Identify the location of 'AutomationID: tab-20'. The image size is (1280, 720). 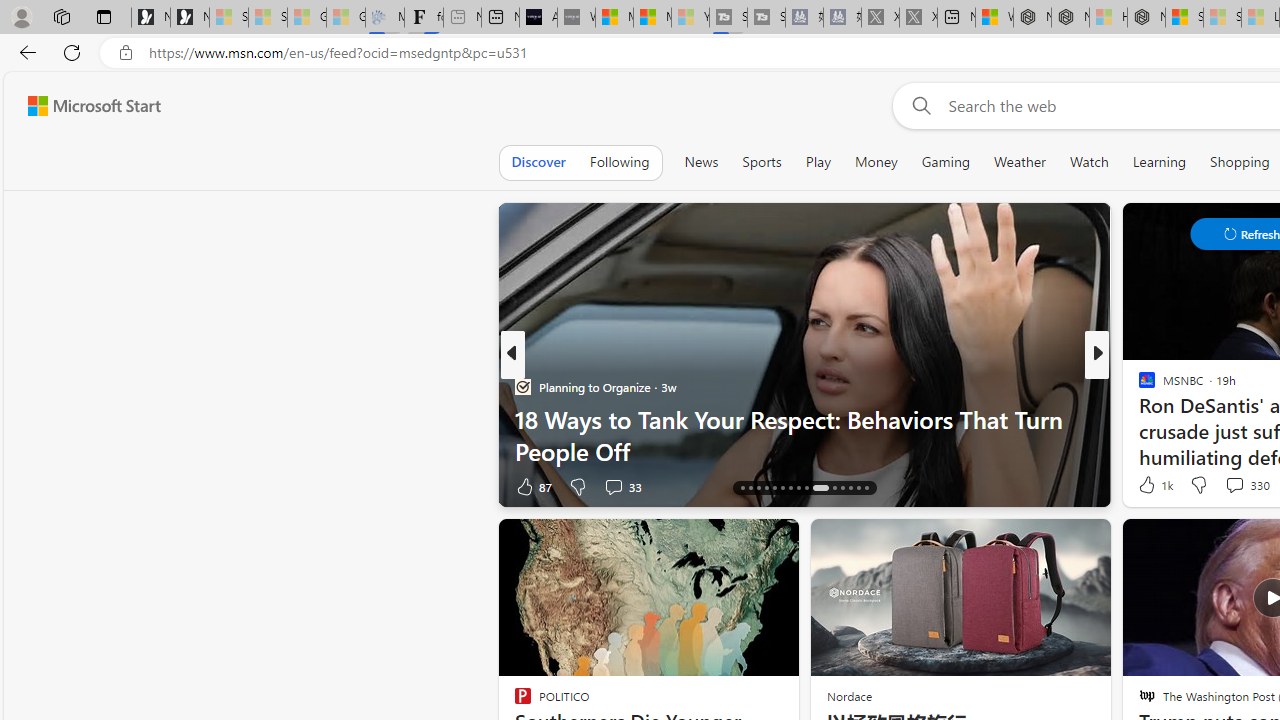
(774, 488).